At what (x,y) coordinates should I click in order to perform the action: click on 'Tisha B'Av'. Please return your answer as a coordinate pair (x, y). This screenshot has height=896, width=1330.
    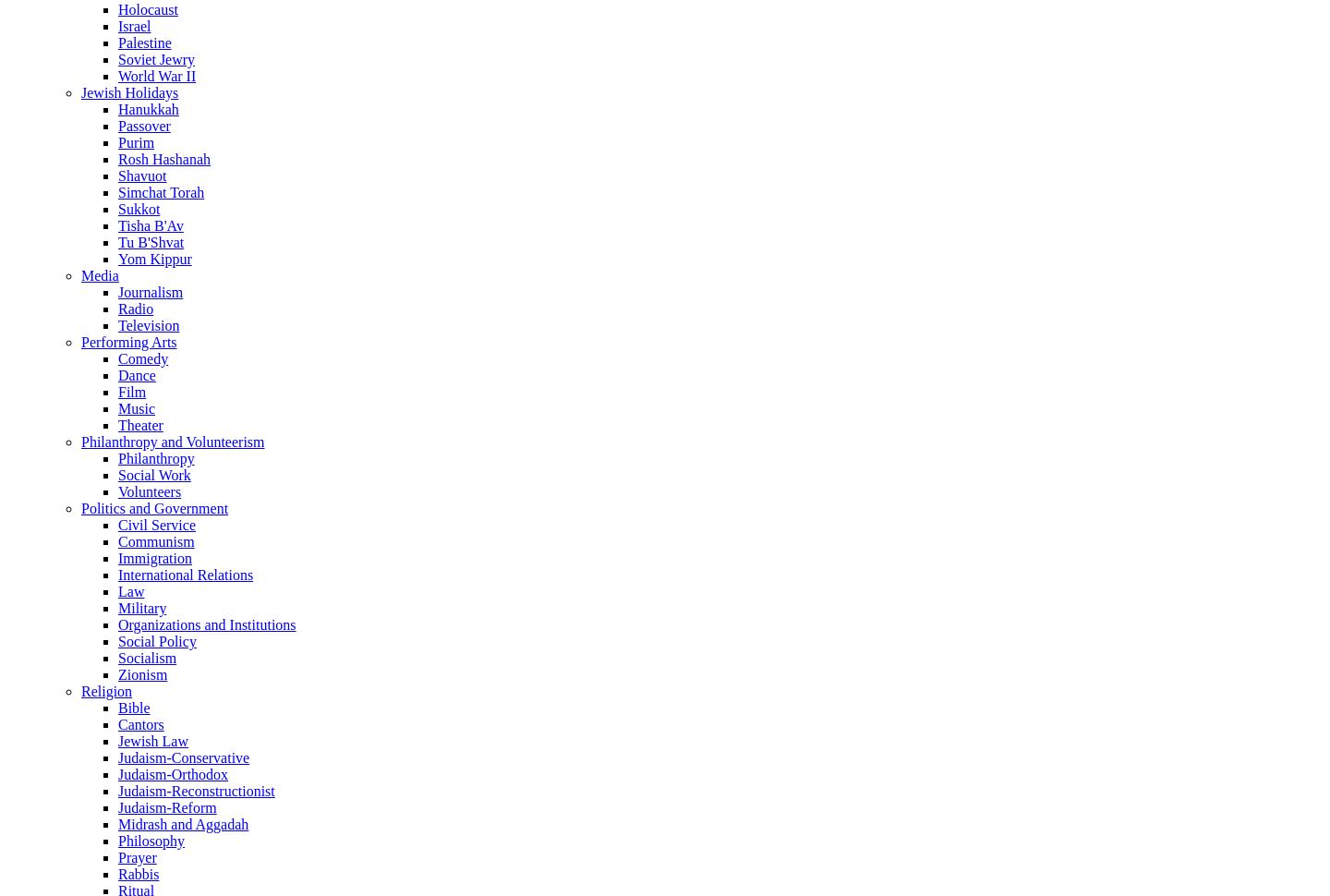
    Looking at the image, I should click on (150, 224).